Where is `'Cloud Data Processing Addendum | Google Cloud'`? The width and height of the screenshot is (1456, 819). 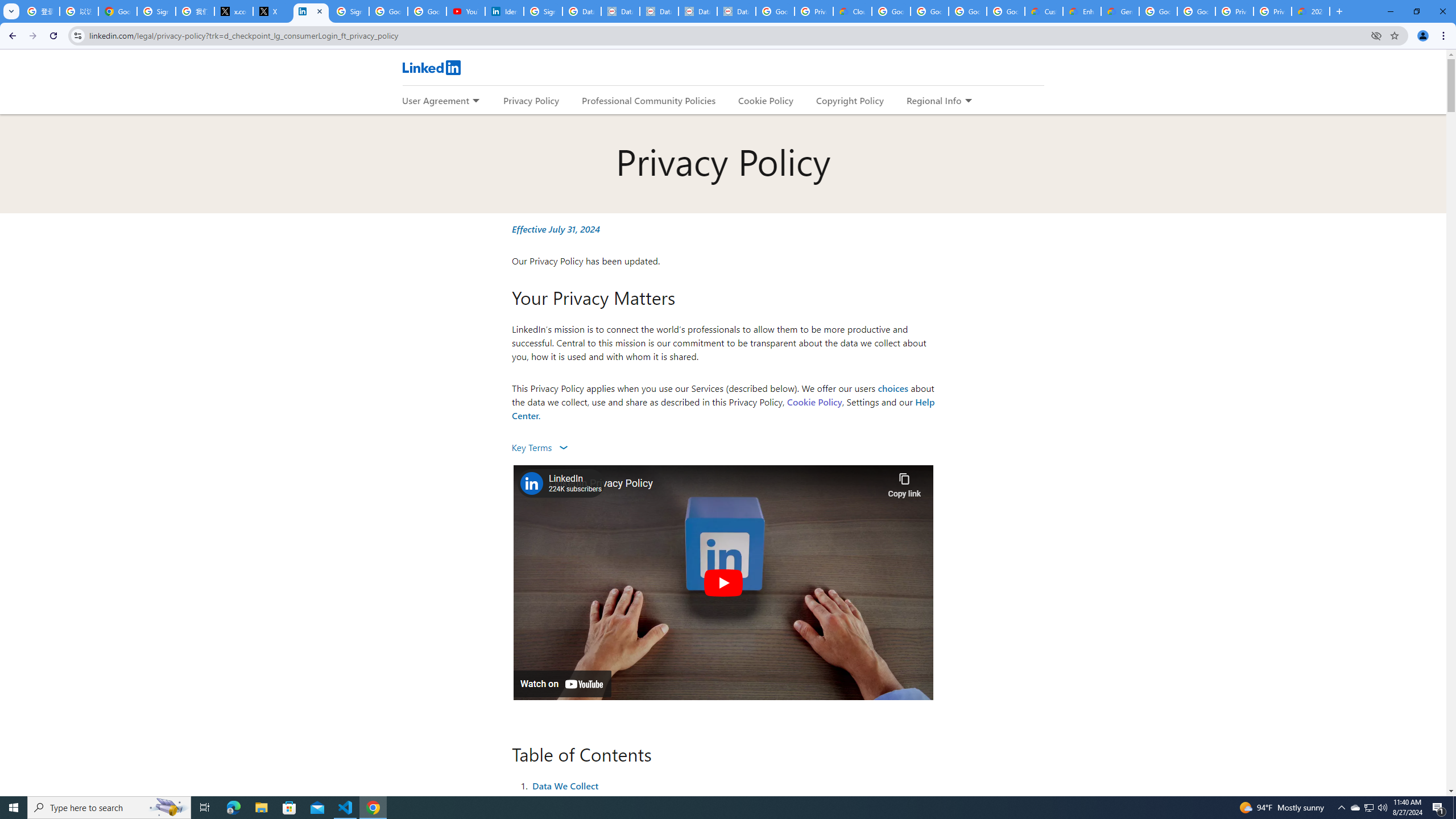
'Cloud Data Processing Addendum | Google Cloud' is located at coordinates (851, 11).